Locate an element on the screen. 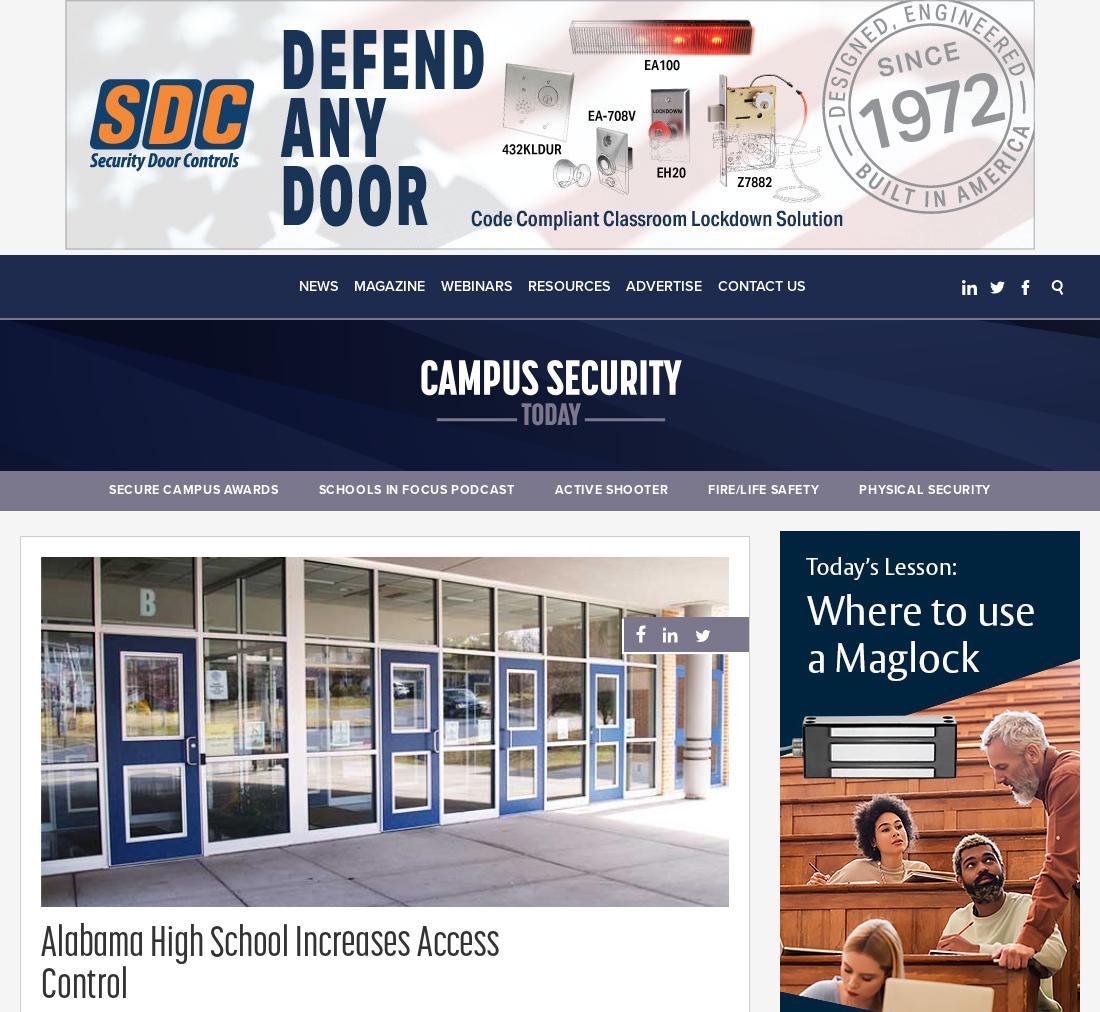  'Schools in Focus Podcast' is located at coordinates (415, 490).